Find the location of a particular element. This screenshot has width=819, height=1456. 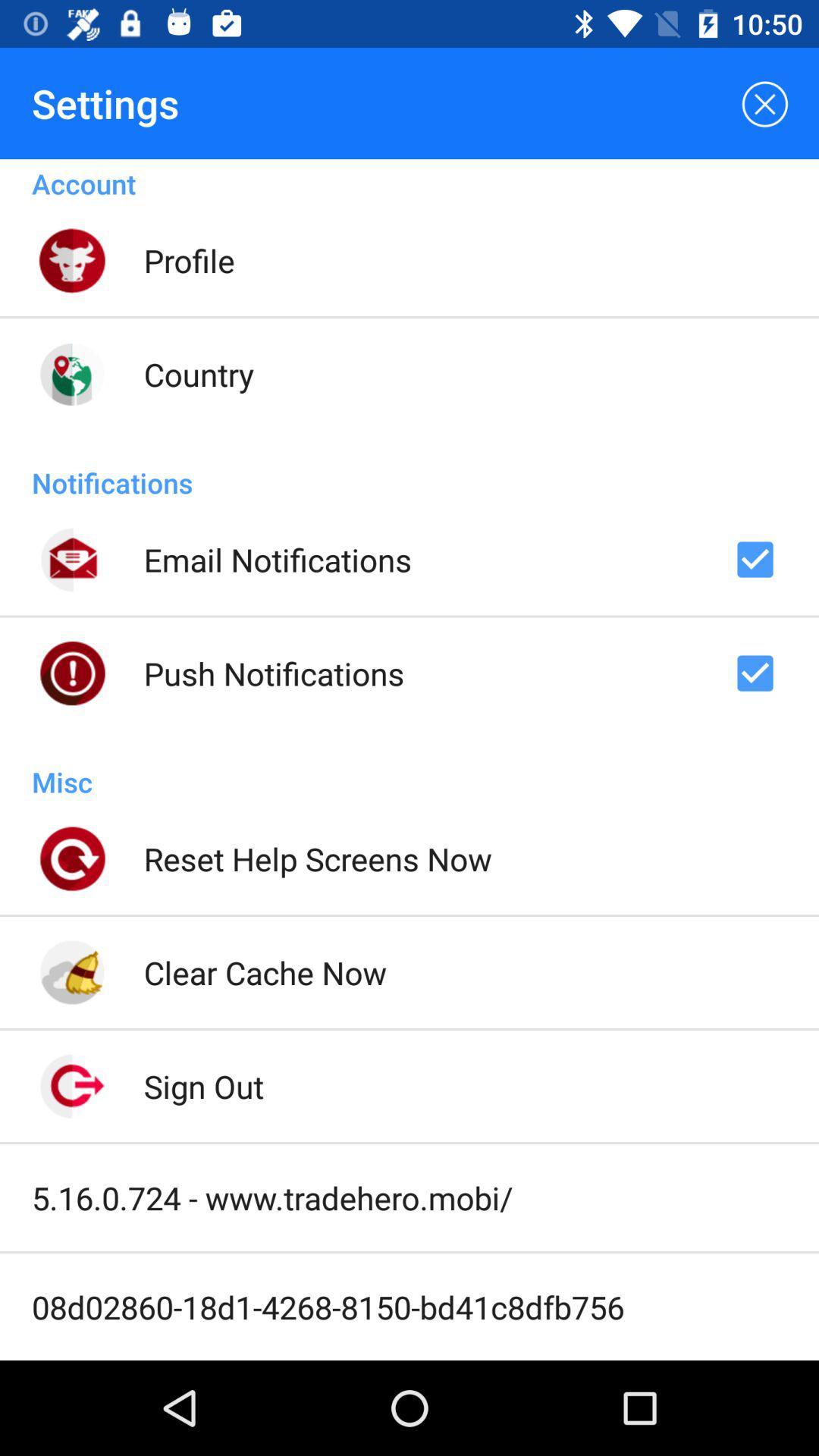

icon above the 5 16 0 icon is located at coordinates (202, 1085).